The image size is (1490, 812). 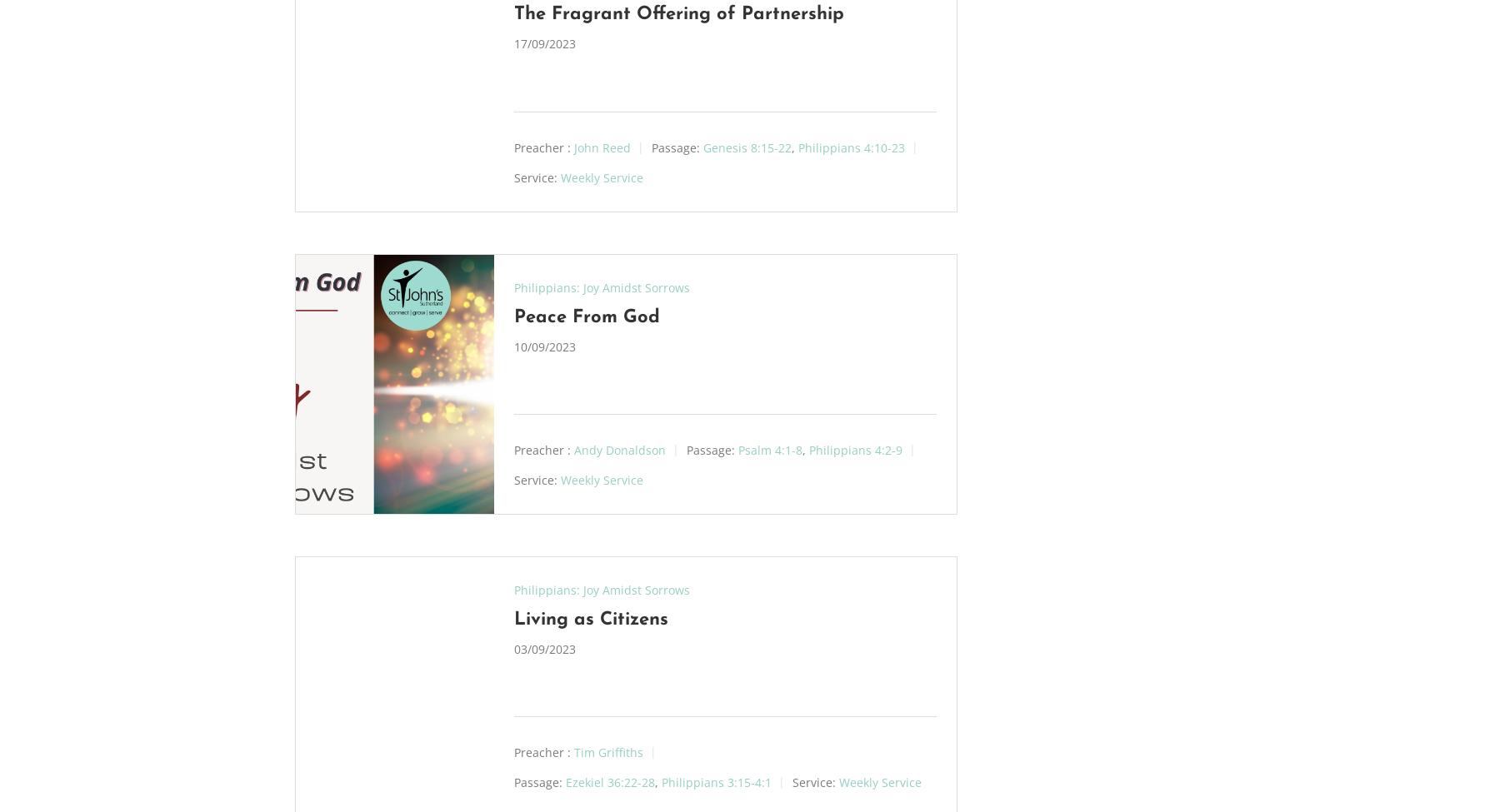 I want to click on '03/09/2023', so click(x=512, y=647).